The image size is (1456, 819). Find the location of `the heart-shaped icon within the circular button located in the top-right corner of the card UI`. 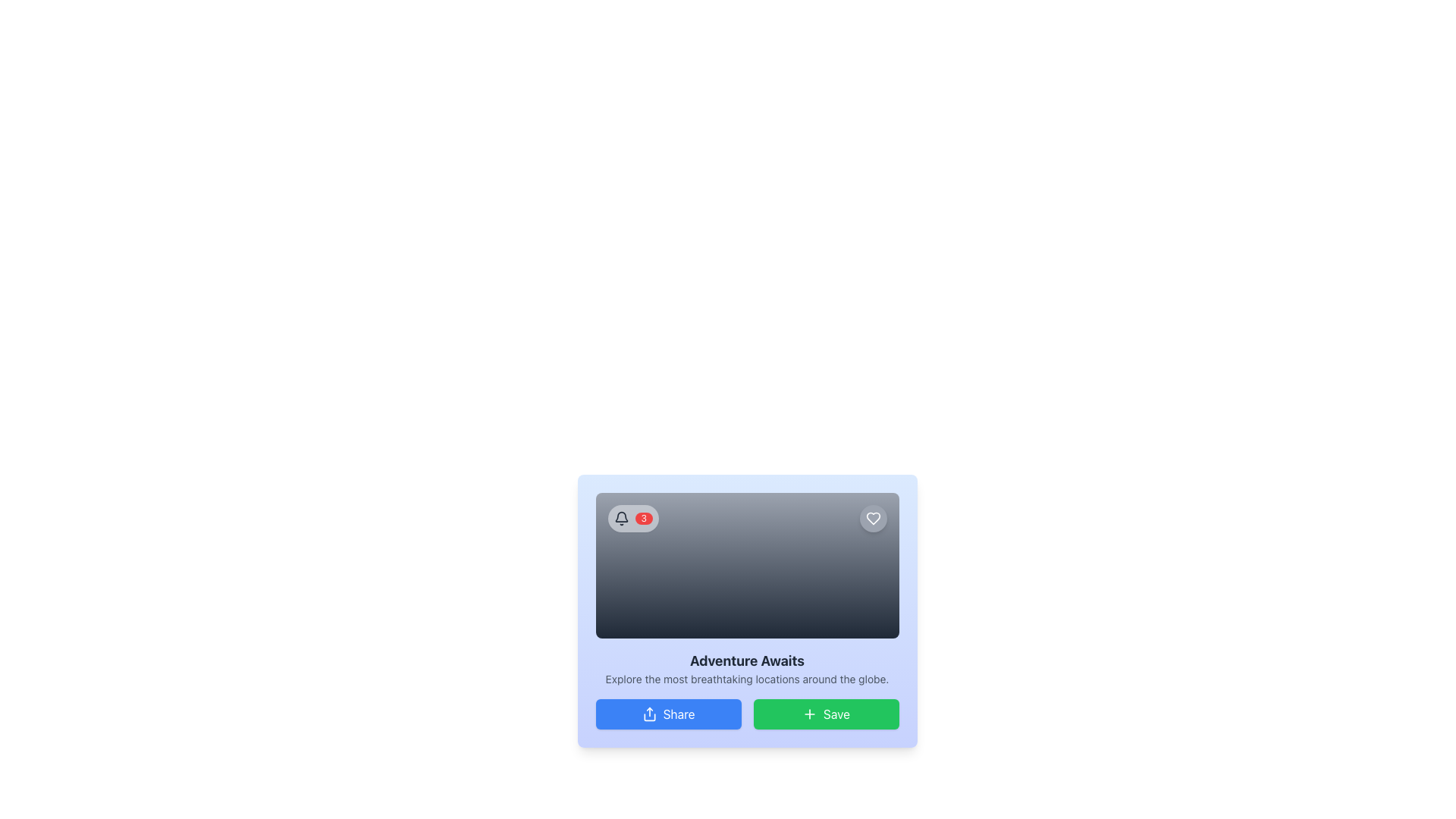

the heart-shaped icon within the circular button located in the top-right corner of the card UI is located at coordinates (873, 517).